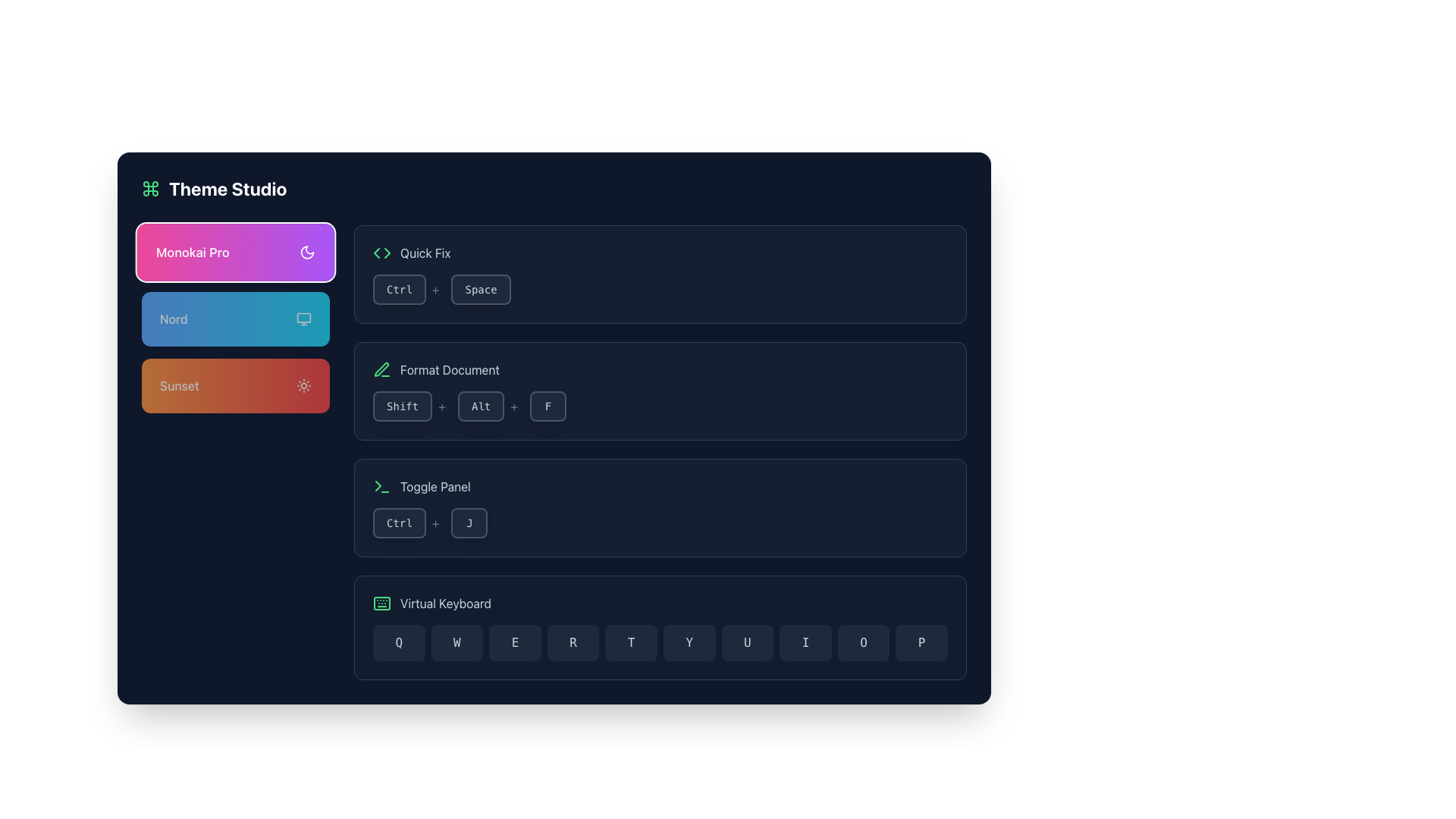 This screenshot has height=819, width=1456. What do you see at coordinates (174, 318) in the screenshot?
I see `the text label 'Nord', which is displayed in white on a blue rectangular background, located within the second button on the left side of the interface` at bounding box center [174, 318].